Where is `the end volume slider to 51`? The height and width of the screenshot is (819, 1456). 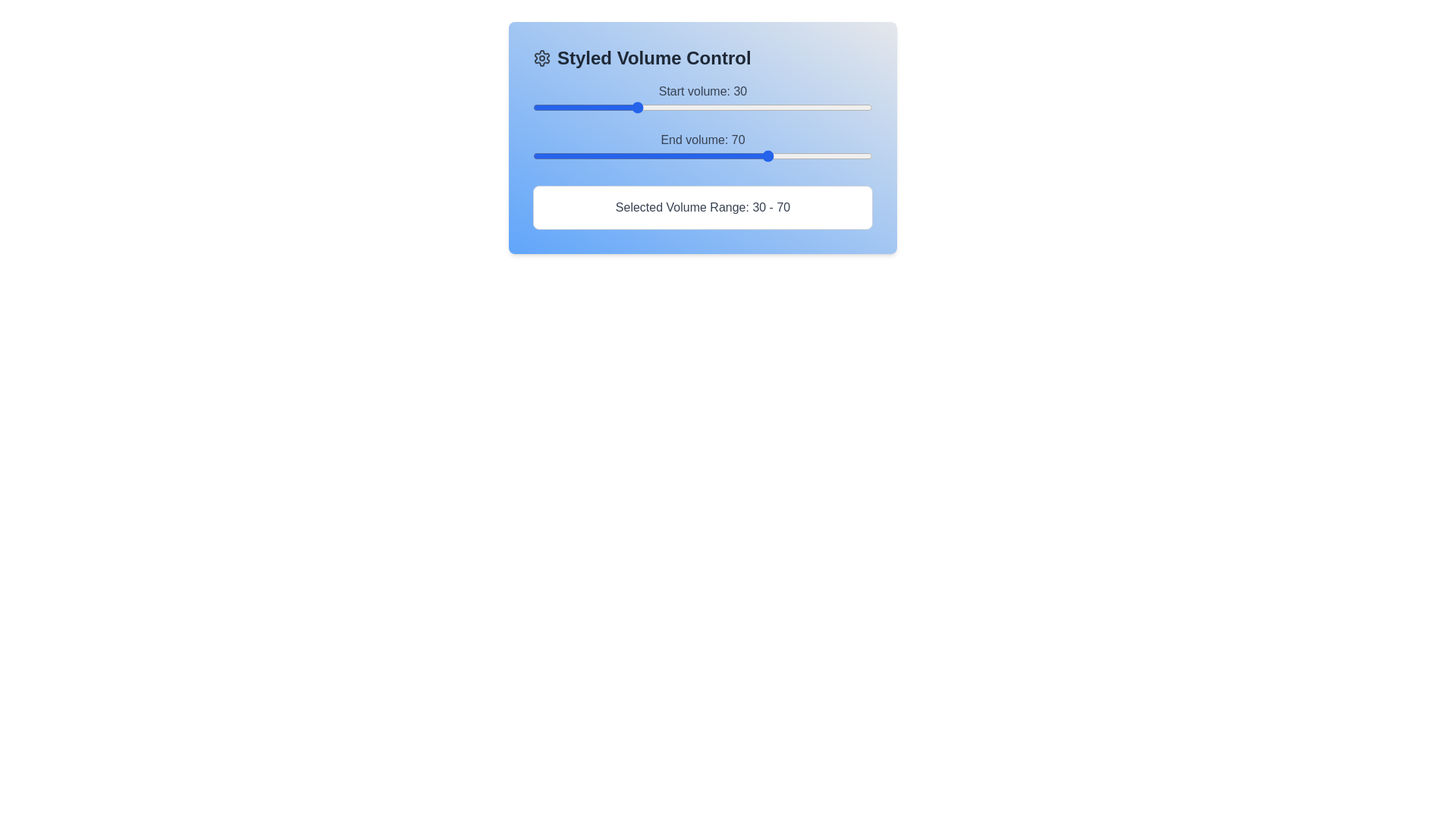
the end volume slider to 51 is located at coordinates (705, 155).